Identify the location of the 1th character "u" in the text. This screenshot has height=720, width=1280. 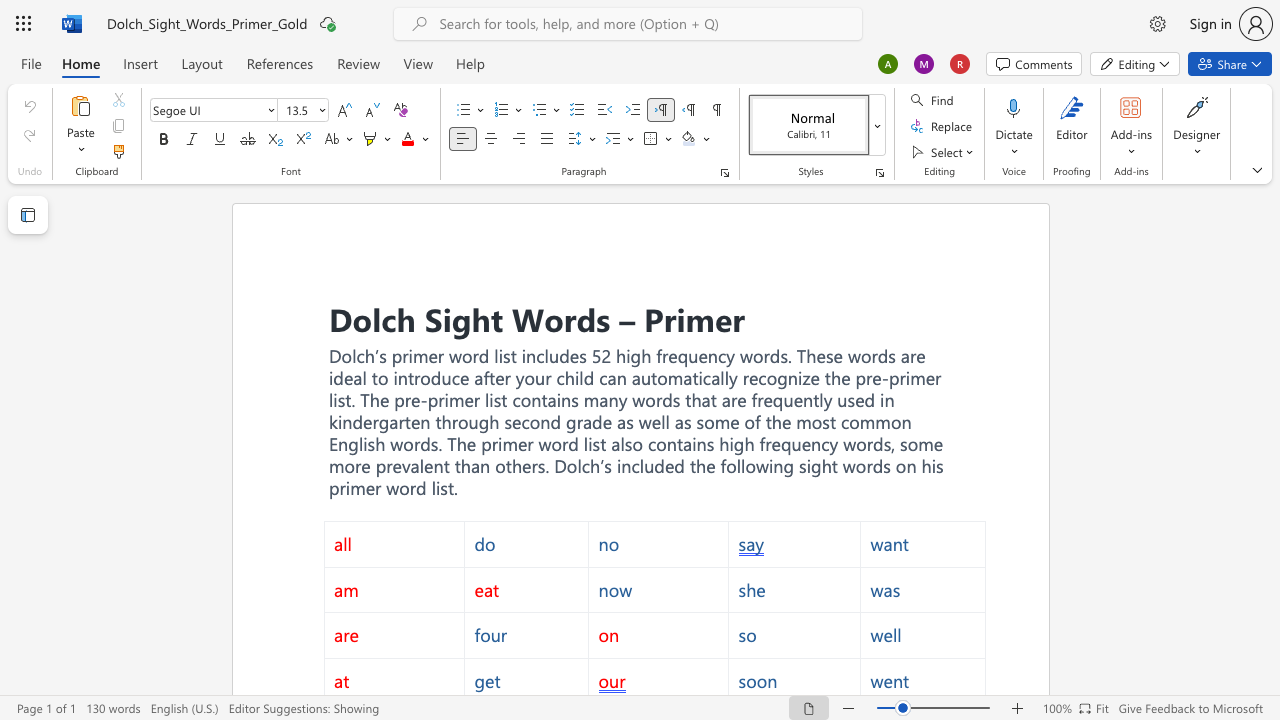
(787, 400).